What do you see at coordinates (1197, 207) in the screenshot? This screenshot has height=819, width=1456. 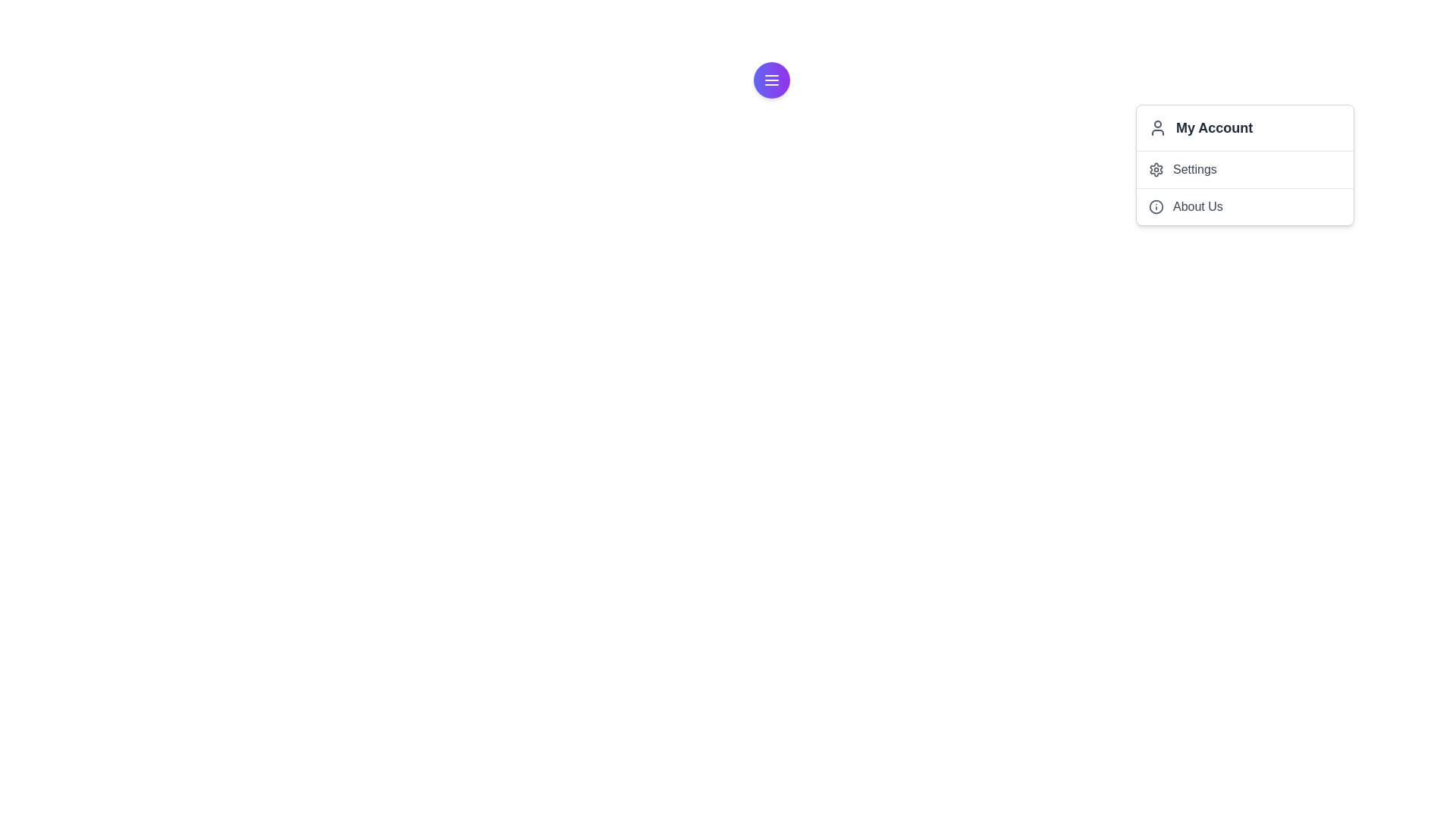 I see `the 'About Us' text label, which is located in the third entry of the vertical menu list under 'My Account' and 'Settings', styled in gray with a serif font` at bounding box center [1197, 207].